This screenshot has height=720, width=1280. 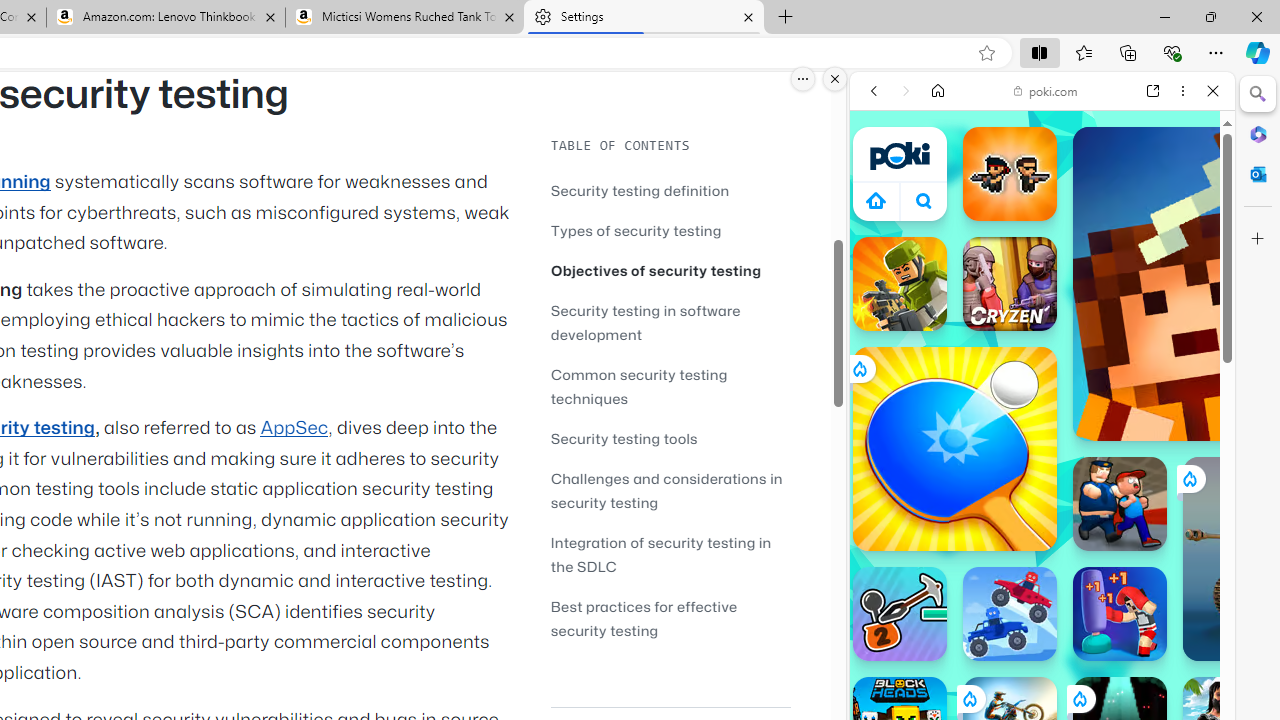 What do you see at coordinates (1120, 502) in the screenshot?
I see `'Escape From School Escape From School'` at bounding box center [1120, 502].